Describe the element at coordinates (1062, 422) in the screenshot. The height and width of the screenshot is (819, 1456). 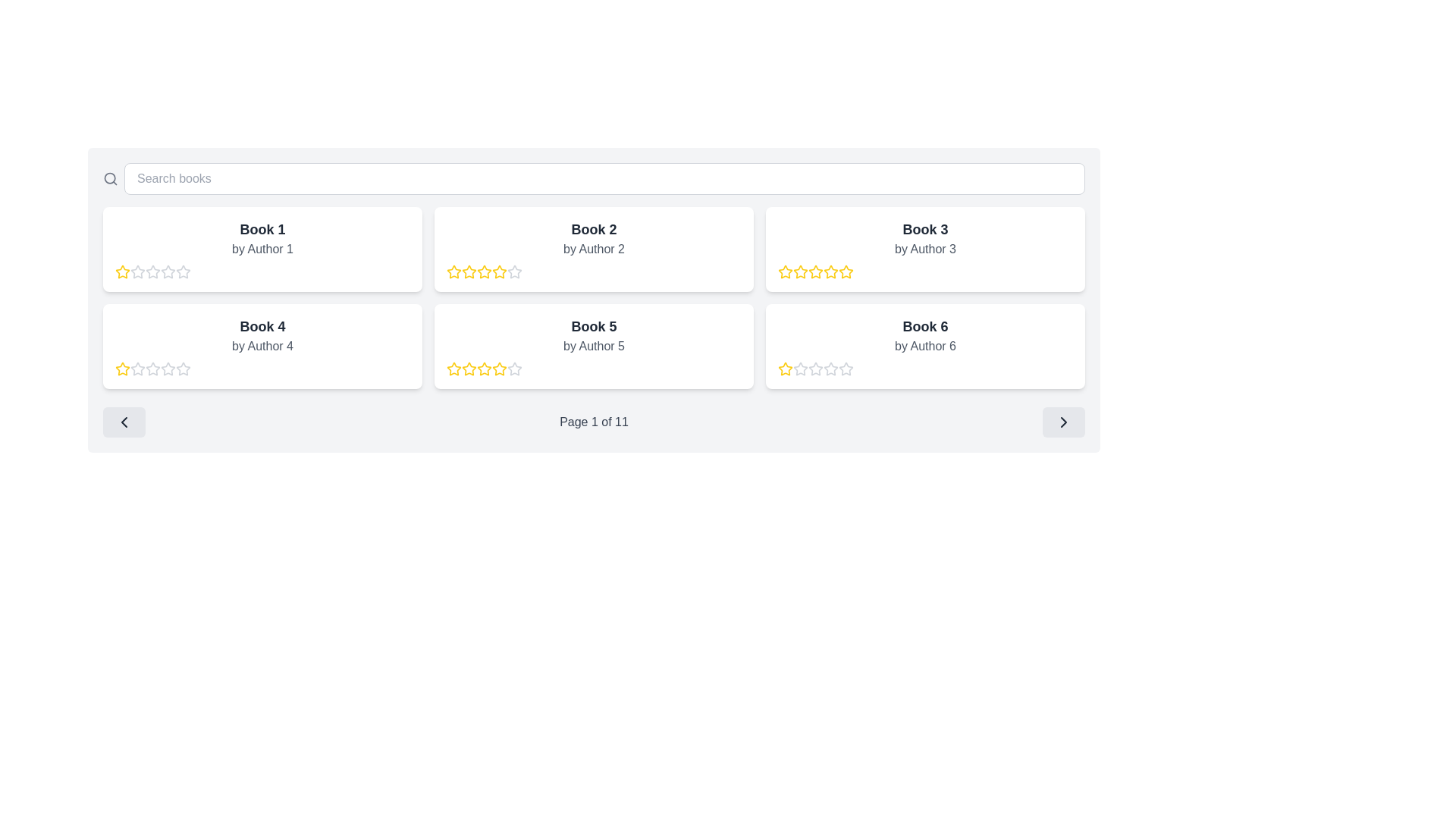
I see `the chevron icon located at the far-right side of the footer navigation area` at that location.